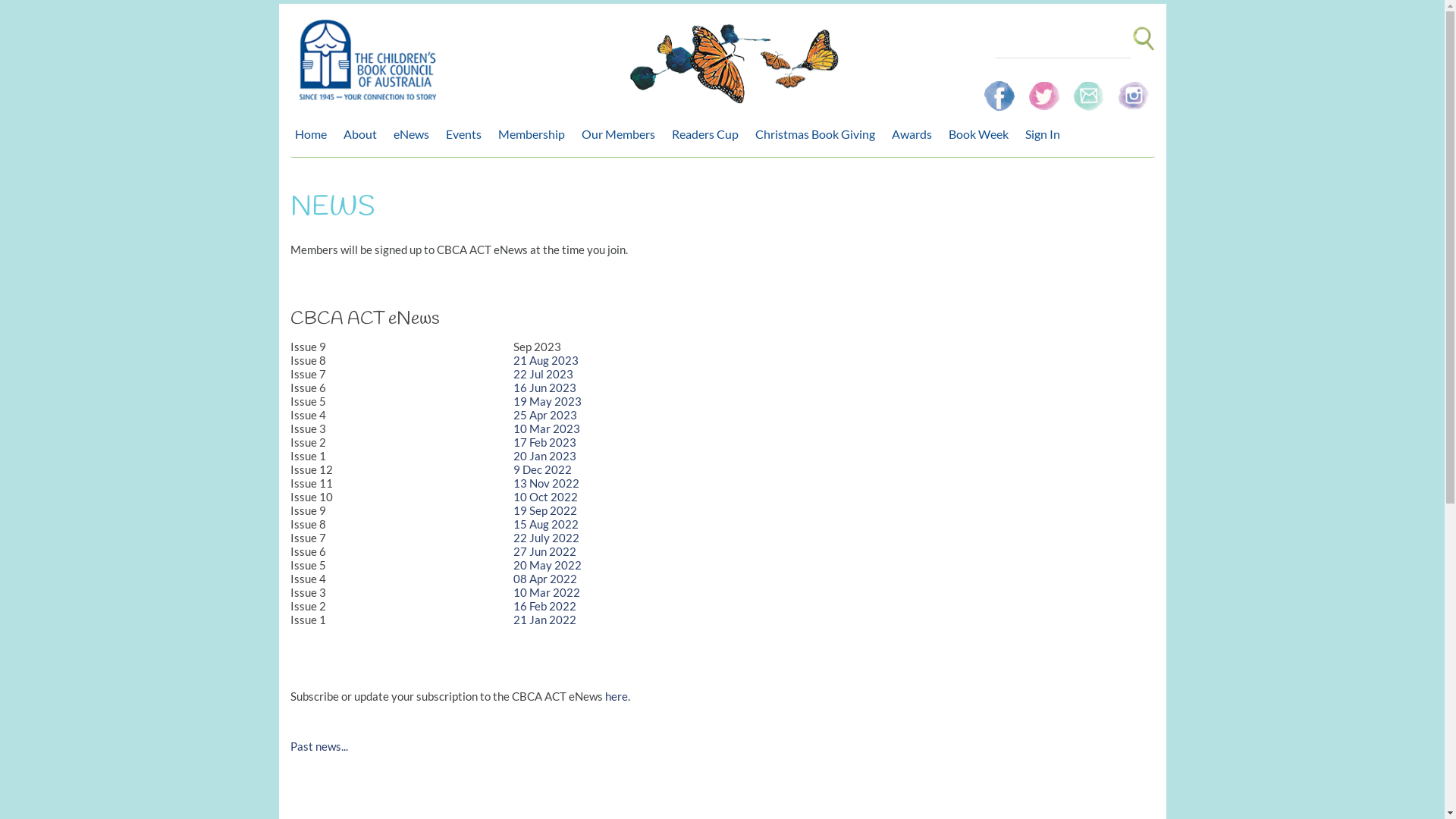  Describe the element at coordinates (546, 359) in the screenshot. I see `'21 Aug 2023'` at that location.